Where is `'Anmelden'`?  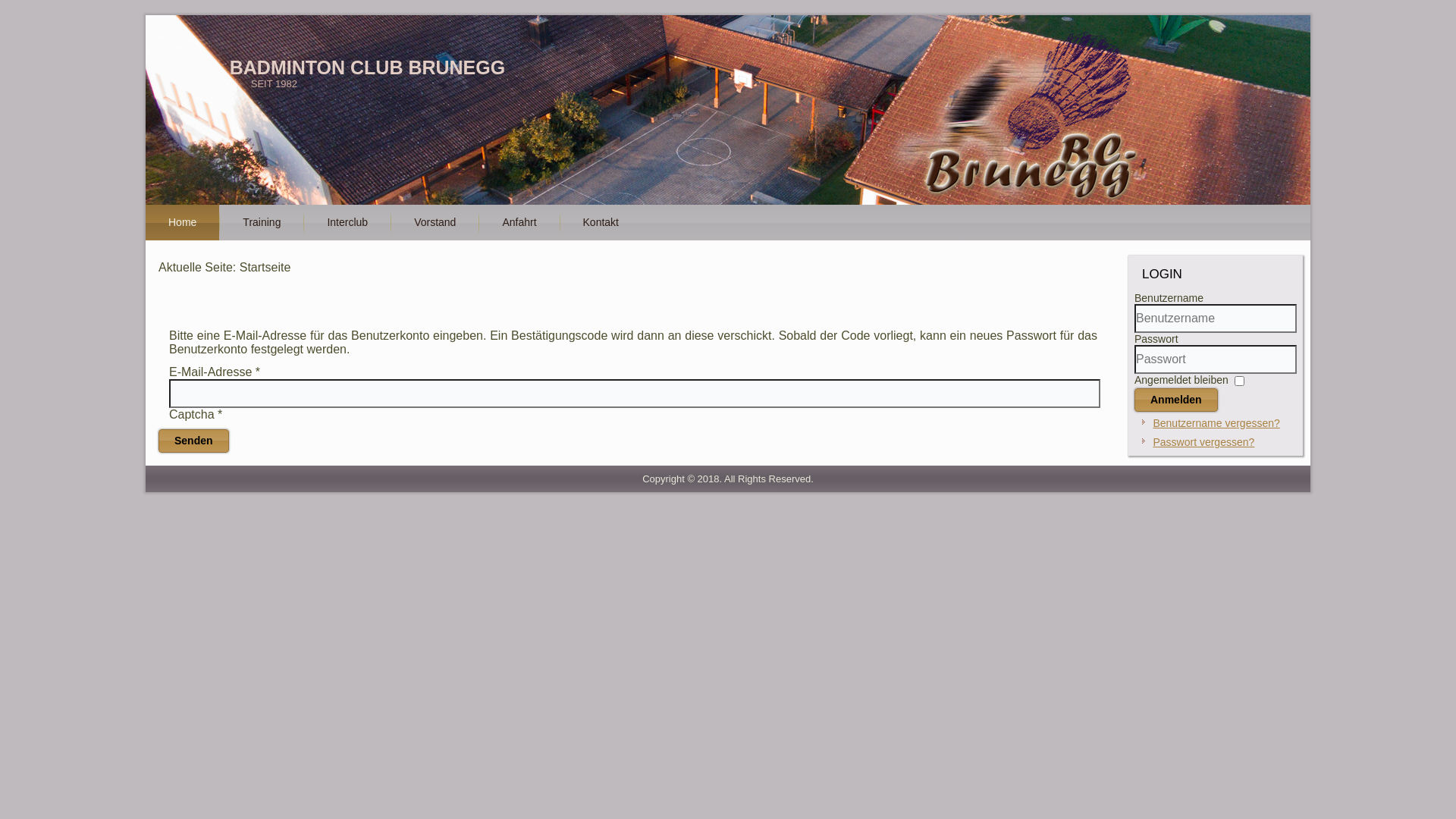
'Anmelden' is located at coordinates (1175, 399).